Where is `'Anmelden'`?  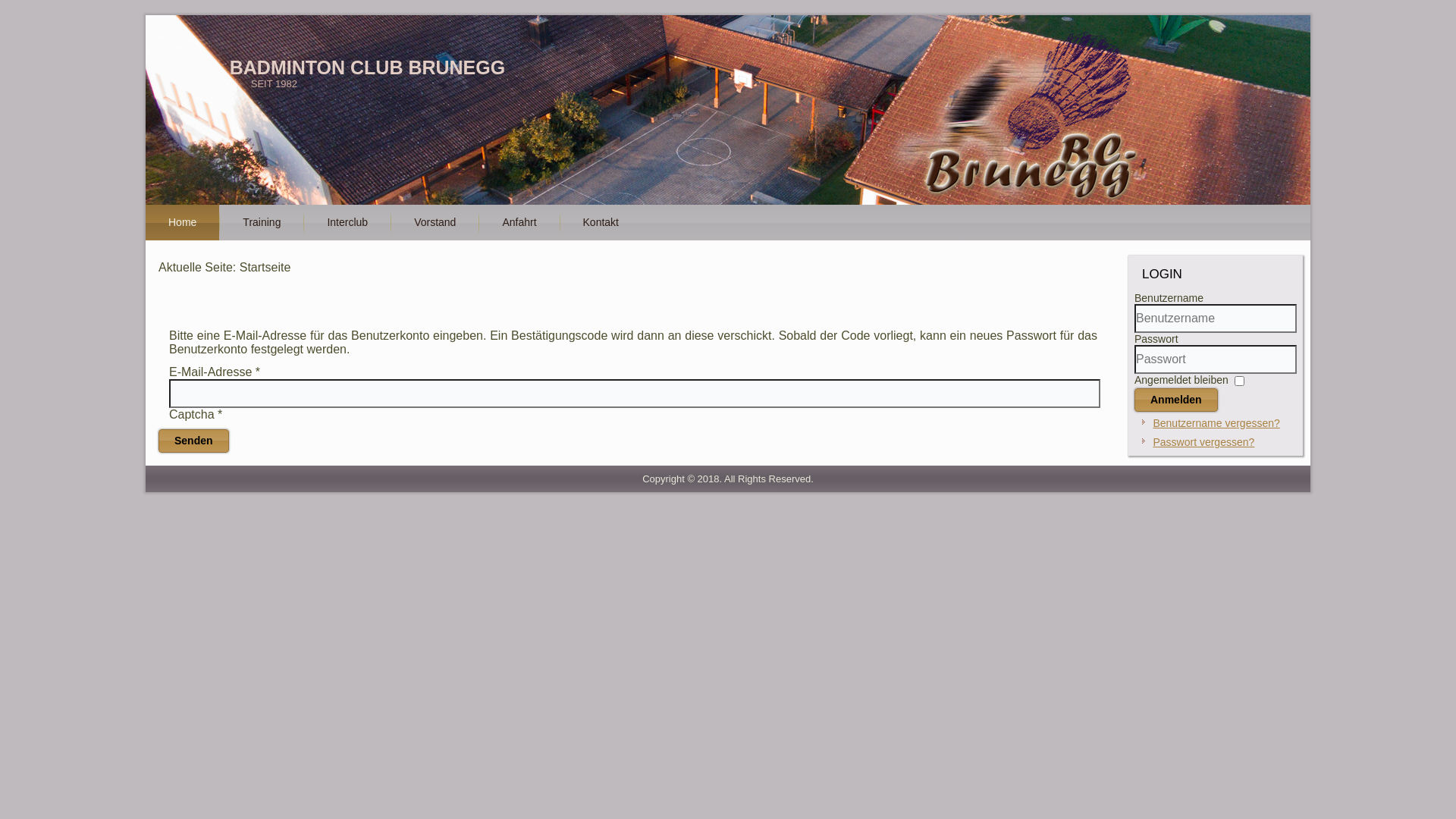
'Anmelden' is located at coordinates (1175, 399).